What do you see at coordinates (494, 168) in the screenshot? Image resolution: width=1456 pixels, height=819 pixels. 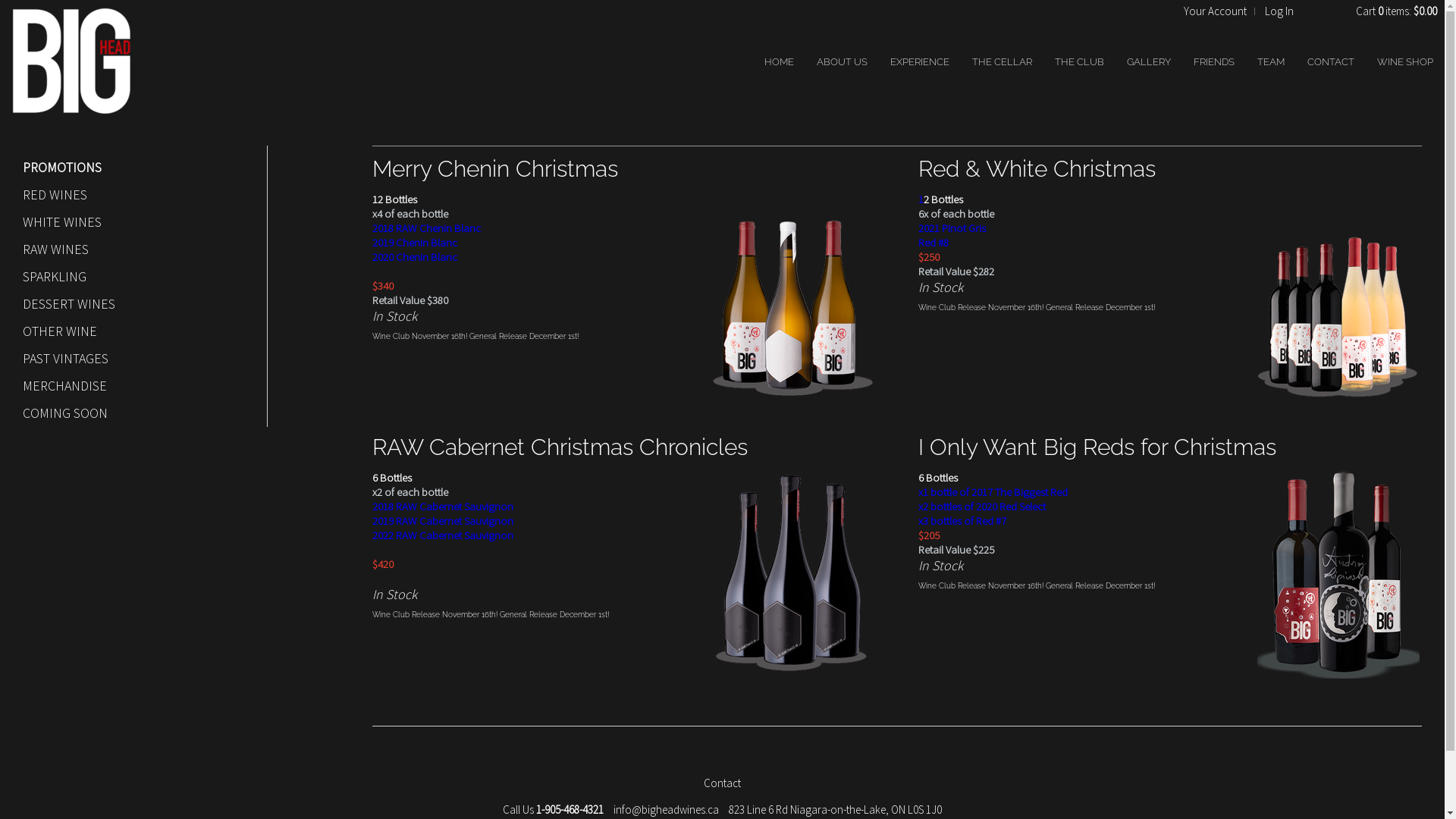 I see `'Merry Chenin Christmas'` at bounding box center [494, 168].